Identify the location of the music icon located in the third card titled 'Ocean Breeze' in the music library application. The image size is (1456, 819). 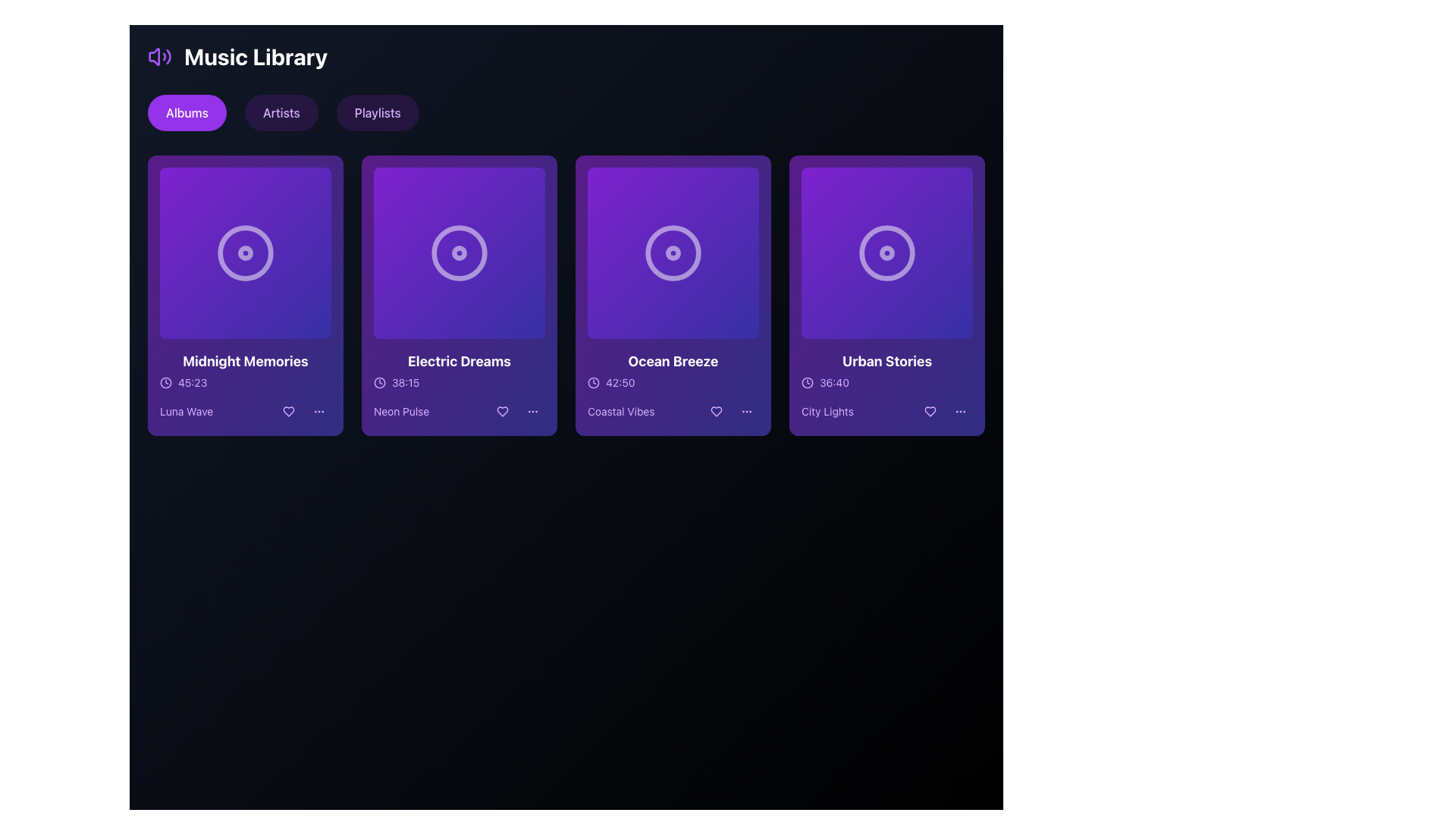
(673, 253).